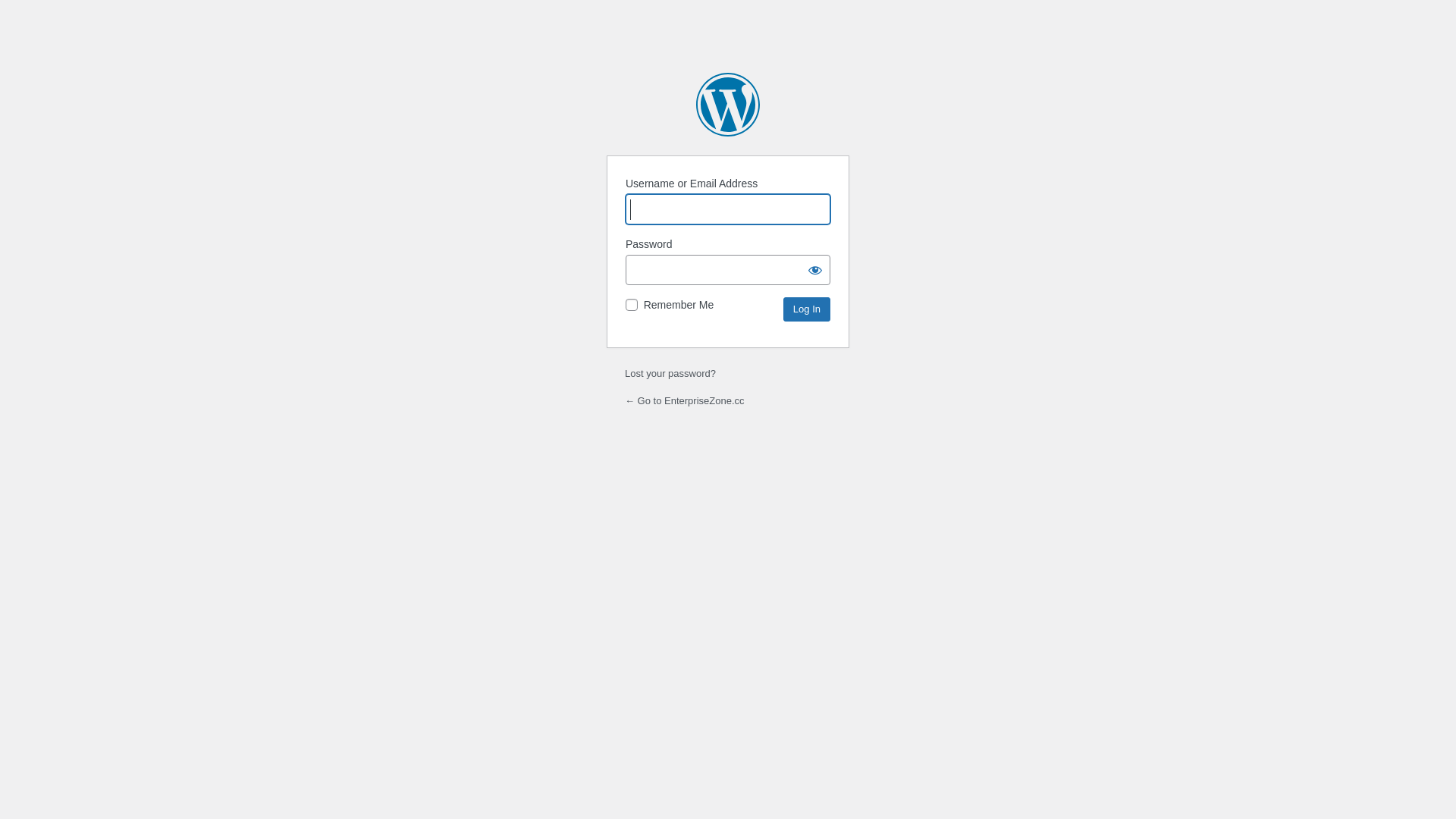 The height and width of the screenshot is (819, 1456). Describe the element at coordinates (728, 104) in the screenshot. I see `'Powered by WordPress'` at that location.